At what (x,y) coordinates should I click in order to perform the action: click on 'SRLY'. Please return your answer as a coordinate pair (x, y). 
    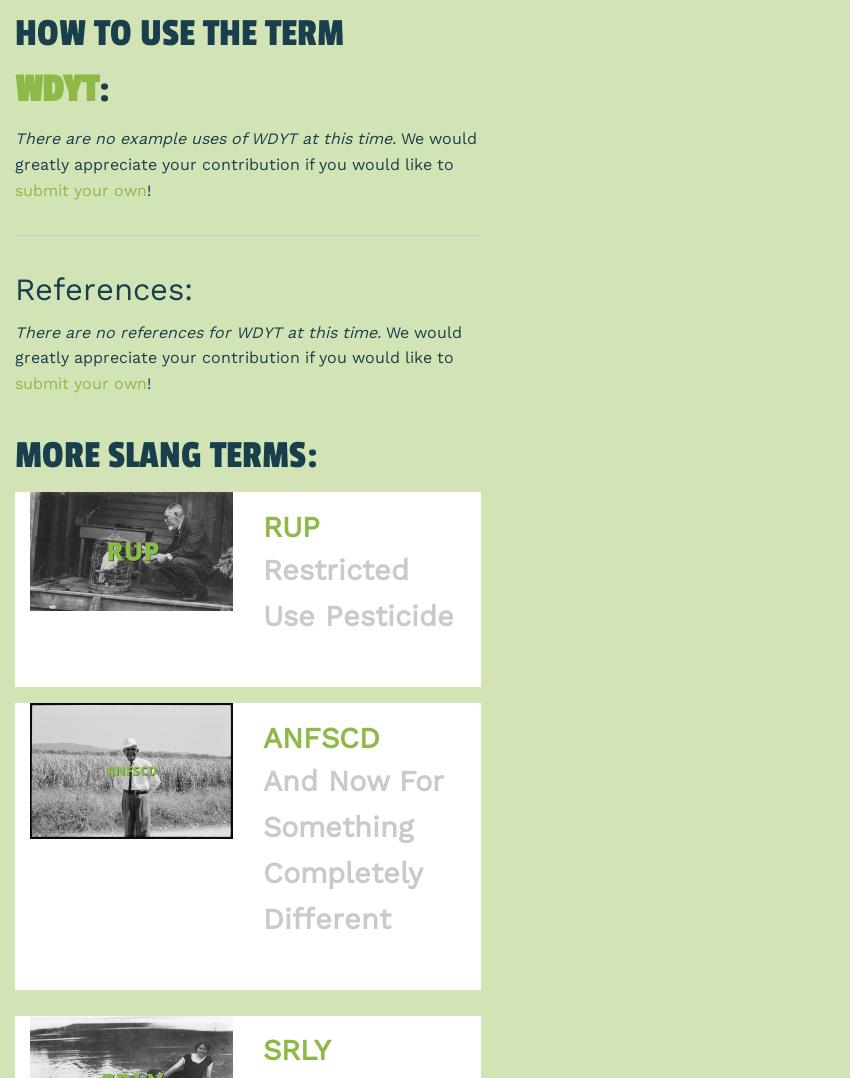
    Looking at the image, I should click on (294, 1049).